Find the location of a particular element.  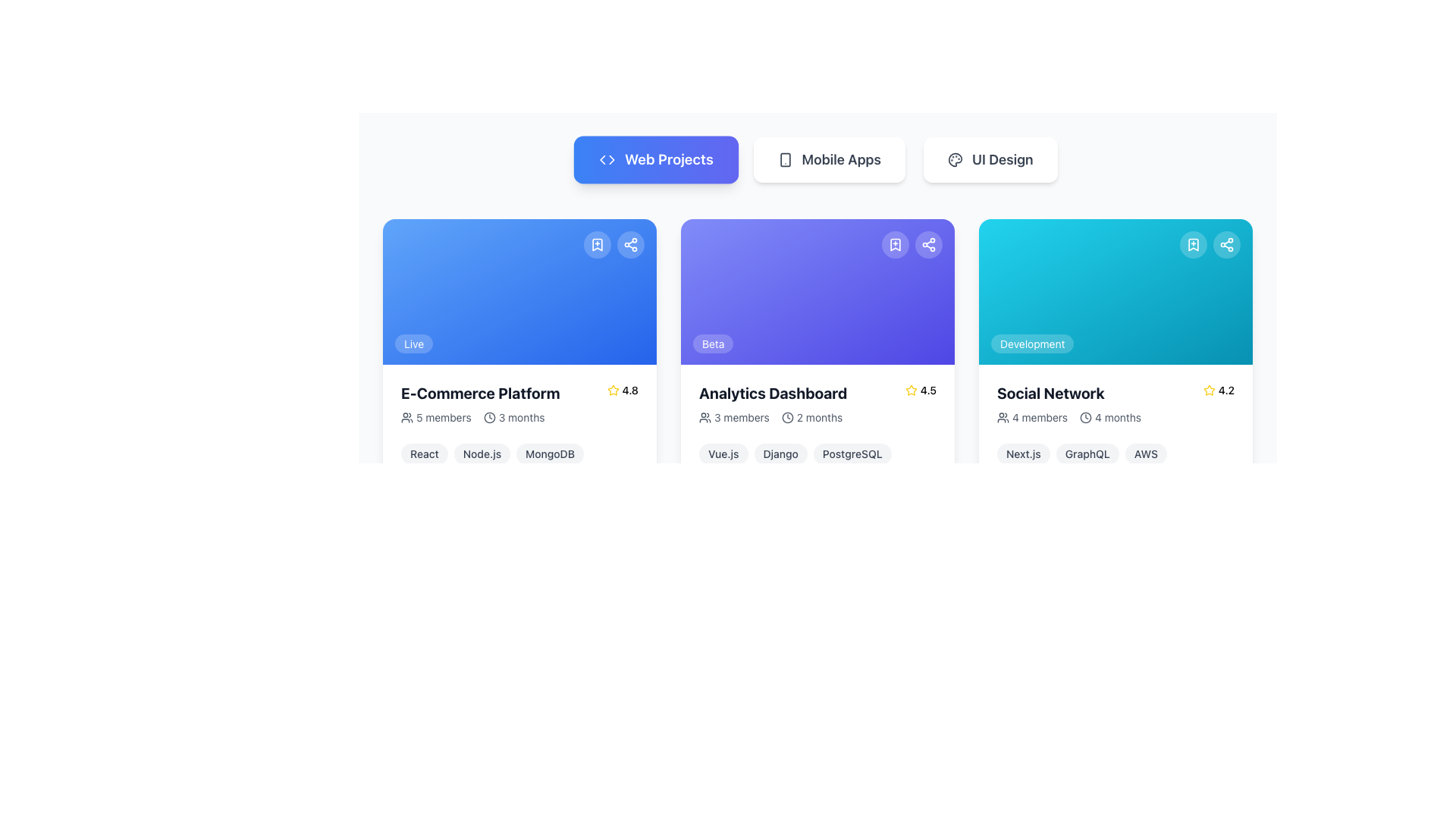

the bookmark icon in the top-right corner of the 'E-Commerce Platform' card is located at coordinates (596, 244).